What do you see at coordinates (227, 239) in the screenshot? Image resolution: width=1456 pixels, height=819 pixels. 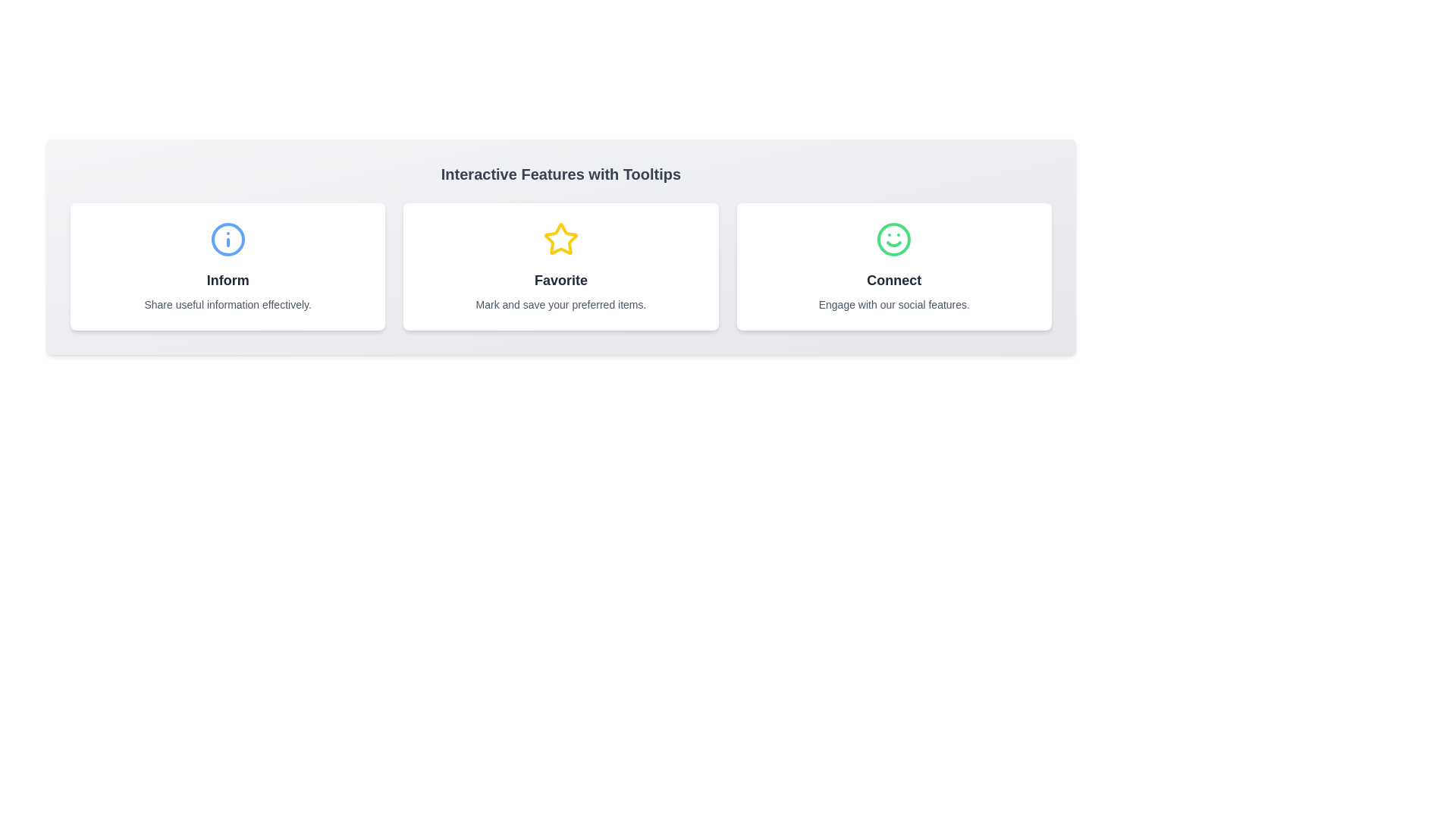 I see `the circular blue information icon with an 'i' symbol at the top-center of the 'Inform' card` at bounding box center [227, 239].